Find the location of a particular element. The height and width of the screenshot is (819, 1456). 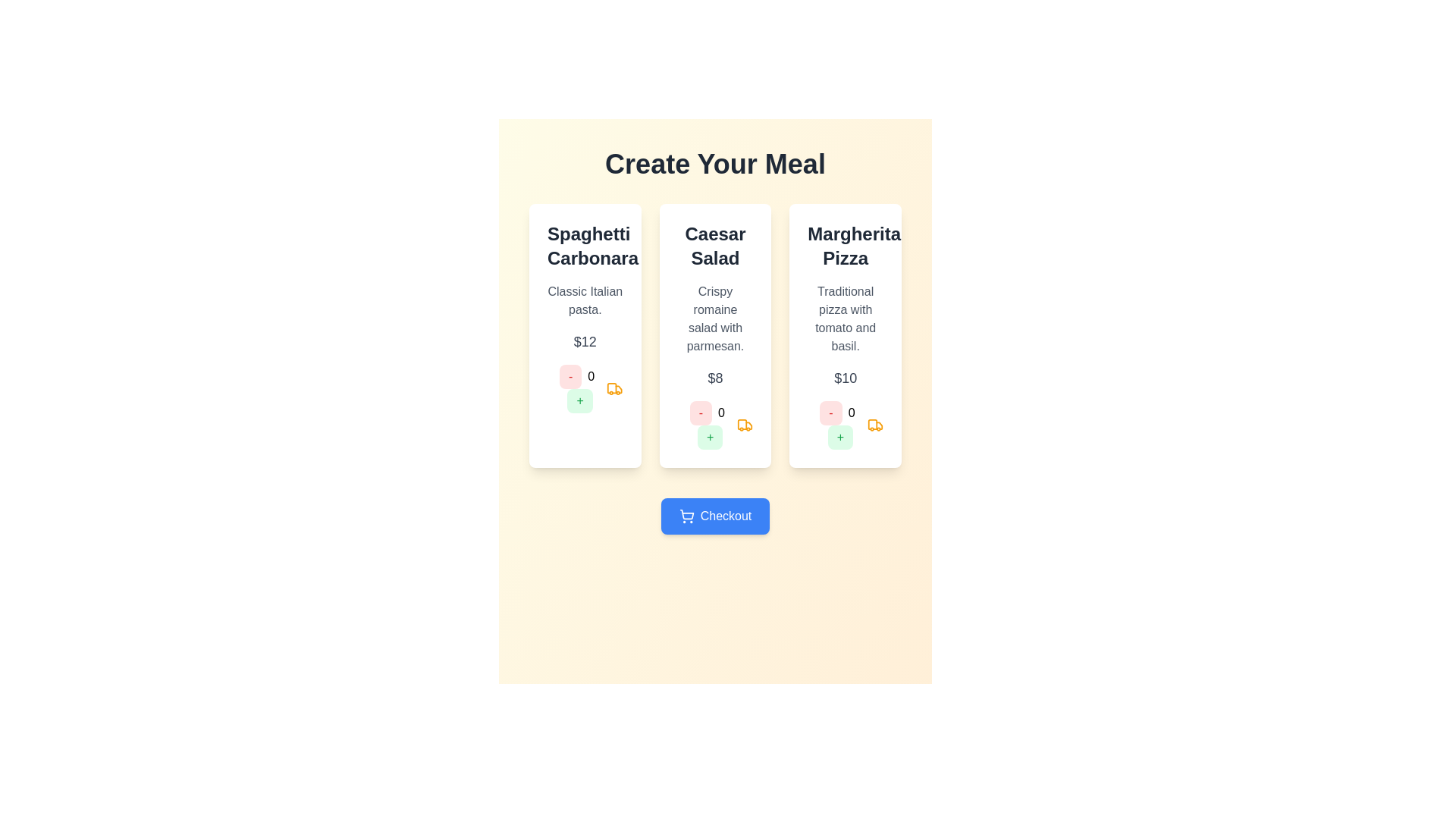

the 'Checkout' text label element is located at coordinates (725, 516).